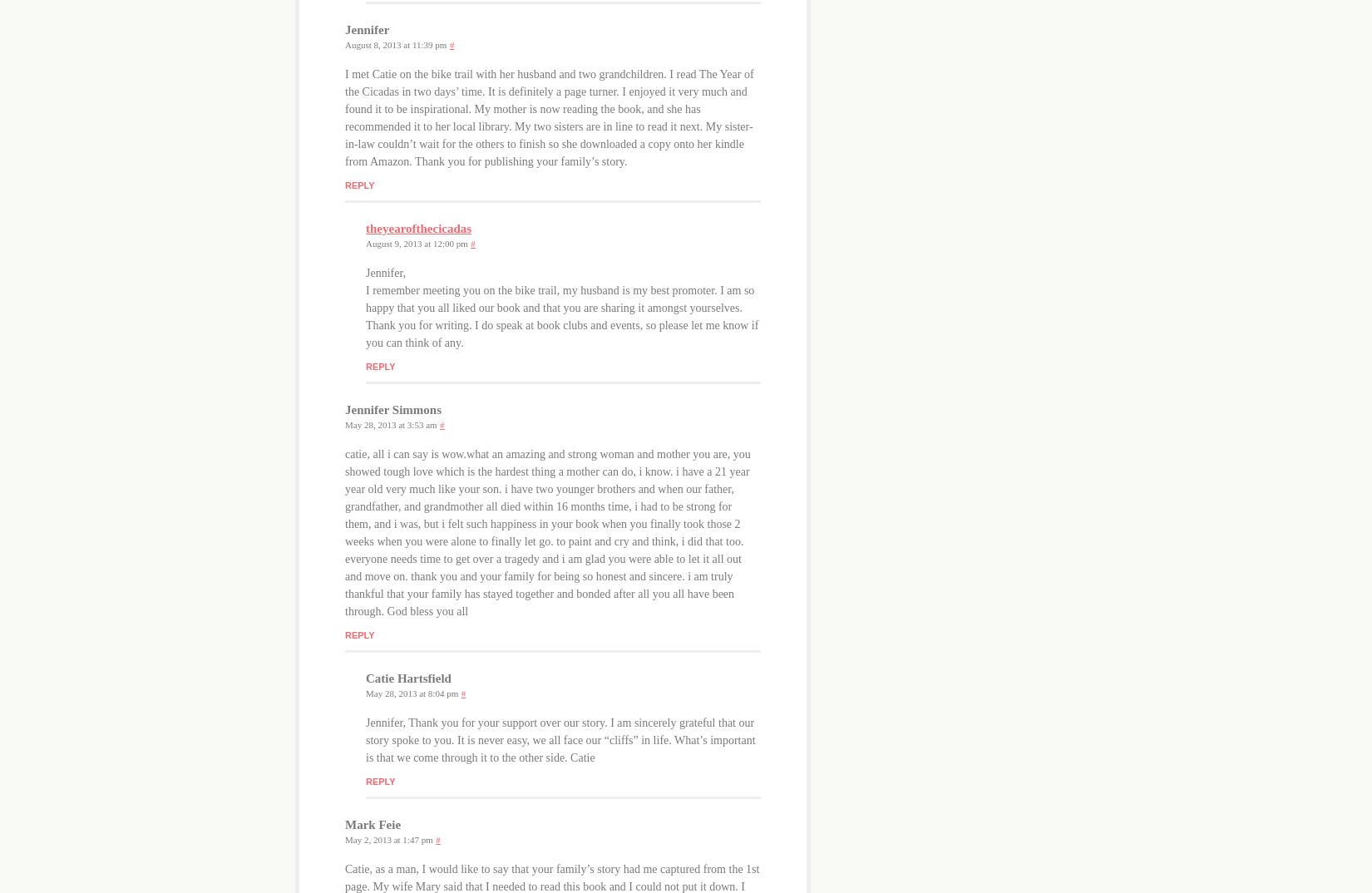 The height and width of the screenshot is (893, 1372). What do you see at coordinates (415, 243) in the screenshot?
I see `'August 9, 2013 at 12:00 pm'` at bounding box center [415, 243].